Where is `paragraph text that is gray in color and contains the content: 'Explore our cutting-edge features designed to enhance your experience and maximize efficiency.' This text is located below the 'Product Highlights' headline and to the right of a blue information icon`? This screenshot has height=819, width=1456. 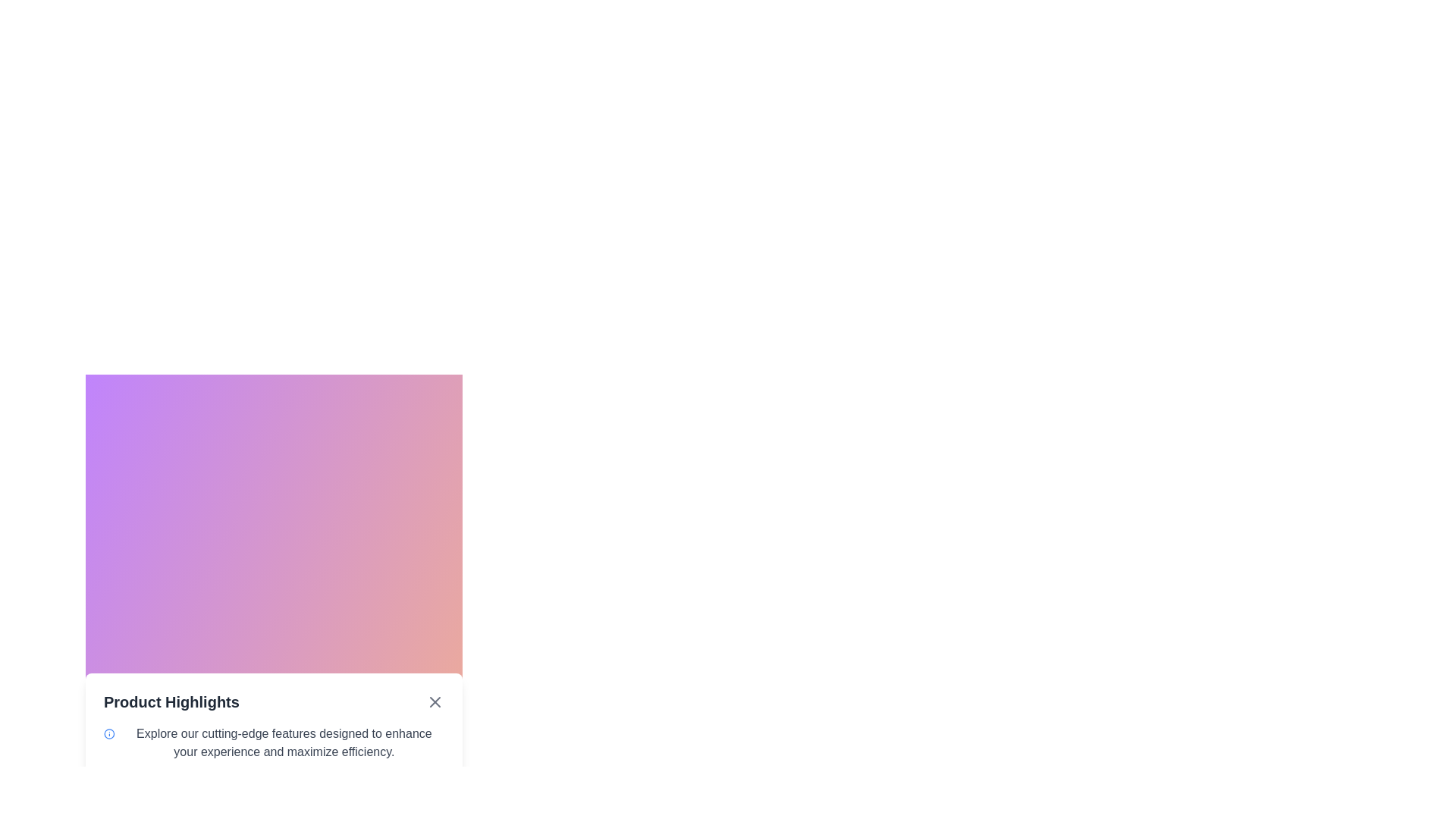
paragraph text that is gray in color and contains the content: 'Explore our cutting-edge features designed to enhance your experience and maximize efficiency.' This text is located below the 'Product Highlights' headline and to the right of a blue information icon is located at coordinates (284, 742).